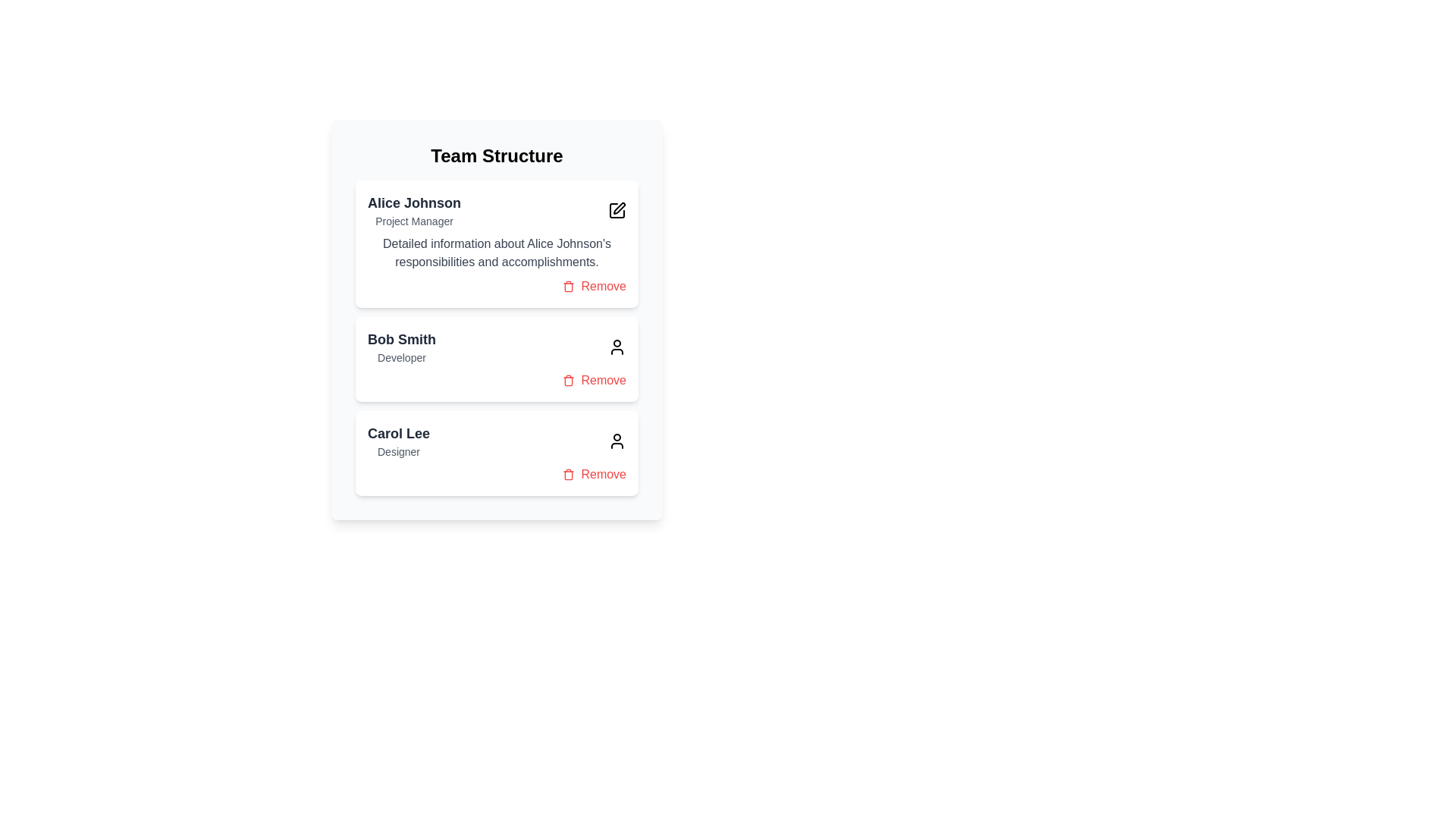  What do you see at coordinates (497, 210) in the screenshot?
I see `the header of the team member card to view detailed information about Alice Johnson` at bounding box center [497, 210].